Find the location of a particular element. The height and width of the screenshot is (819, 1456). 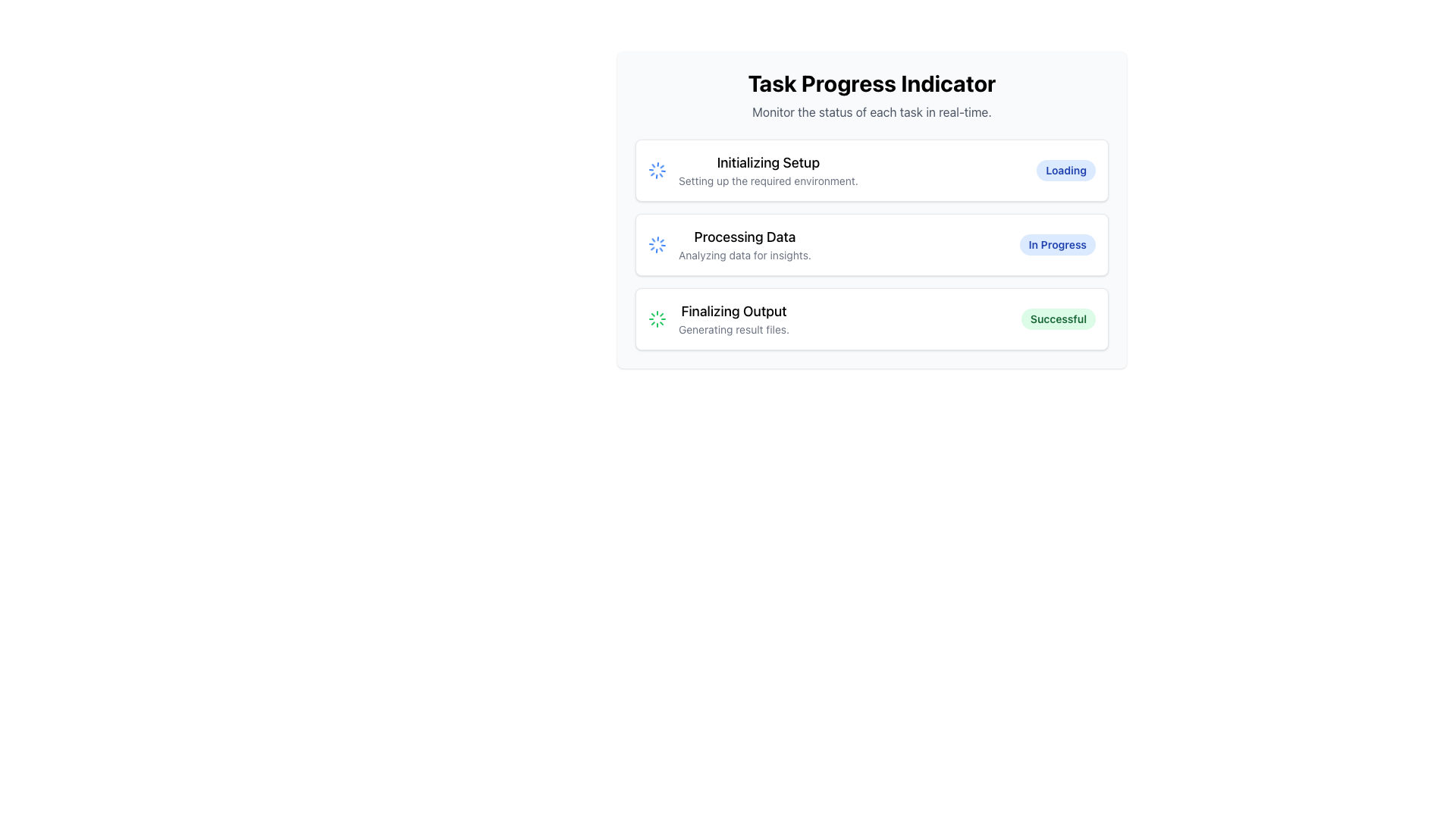

the text display that reads 'Monitor the status of each task in real-time.' located below the title 'Task Progress Indicator' is located at coordinates (872, 111).